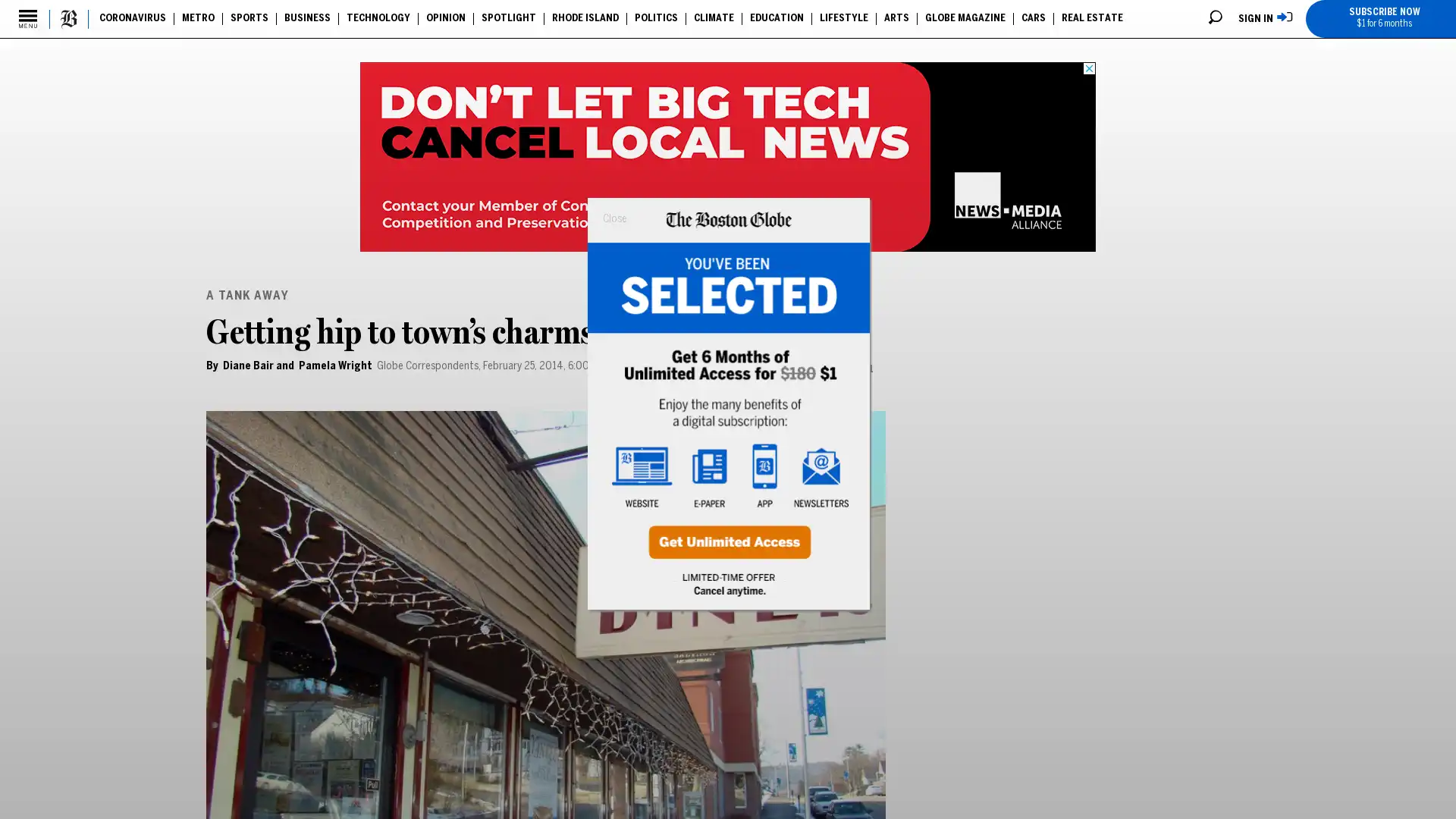  I want to click on Email to a Friend, so click(735, 369).